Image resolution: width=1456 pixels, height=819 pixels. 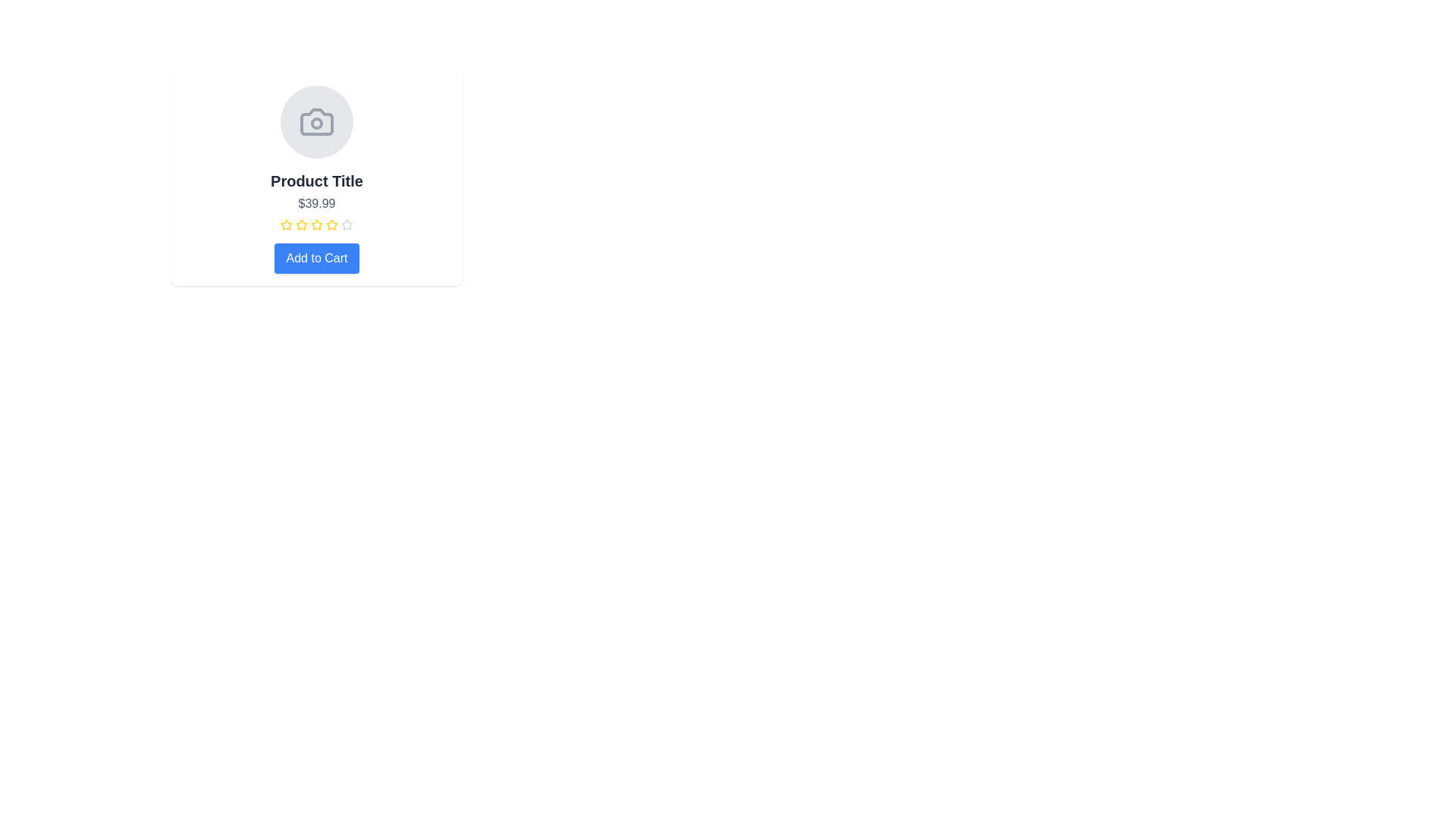 I want to click on the third yellow rating star icon below the product title and price, so click(x=331, y=224).